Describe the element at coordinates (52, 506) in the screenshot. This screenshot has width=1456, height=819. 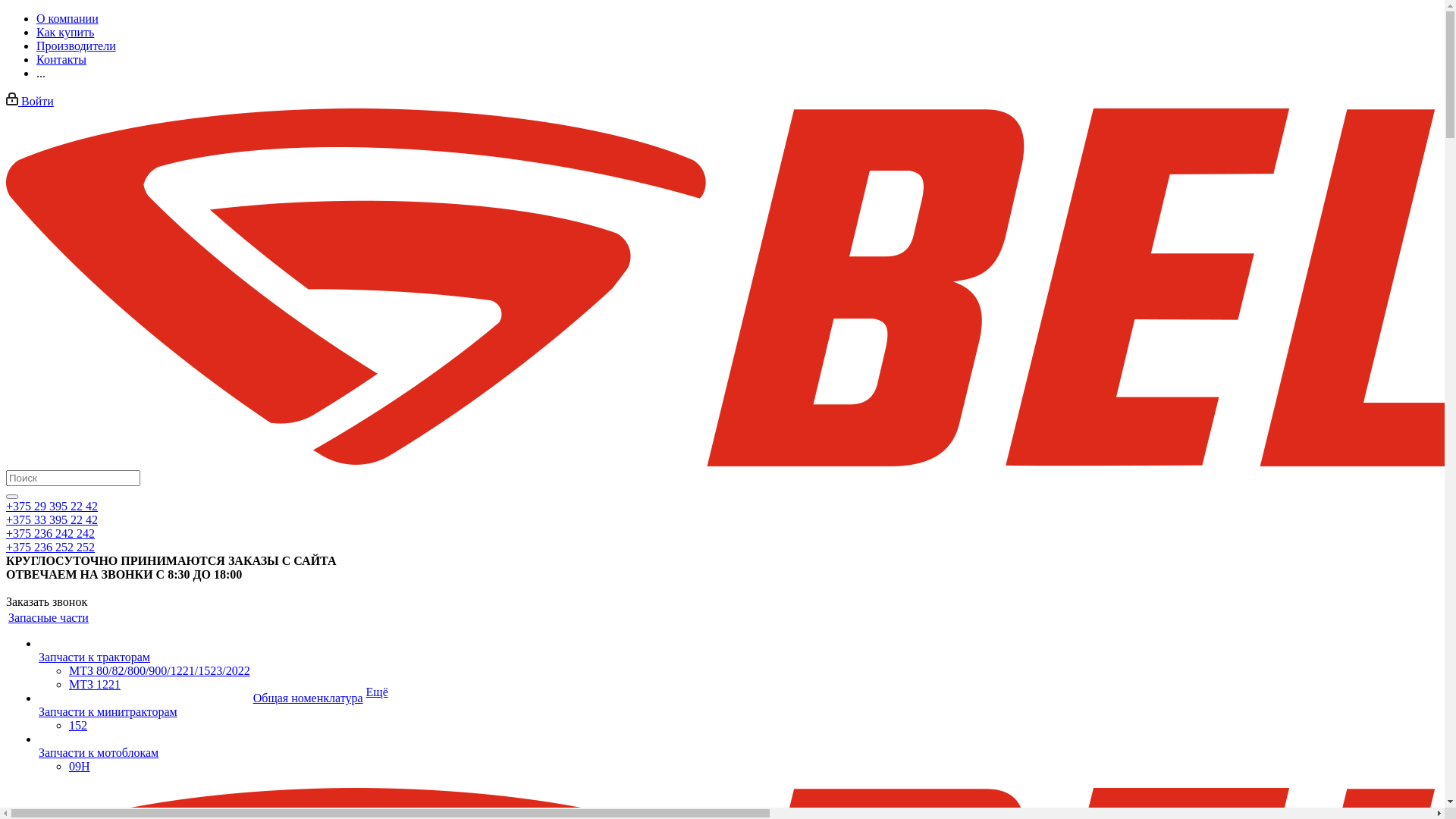
I see `'+375 29 395 22 42'` at that location.